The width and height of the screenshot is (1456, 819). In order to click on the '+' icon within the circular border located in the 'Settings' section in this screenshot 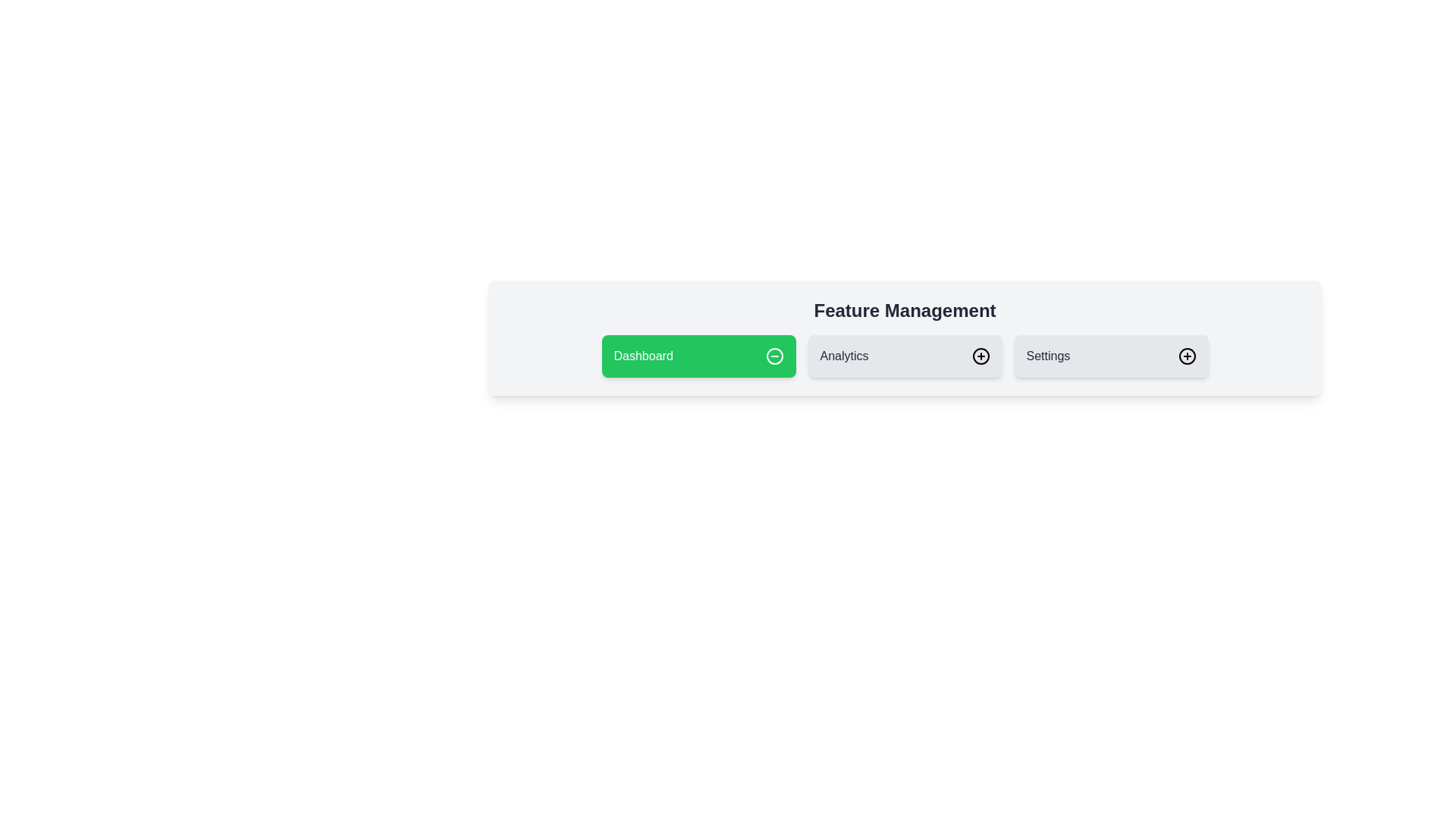, I will do `click(1186, 356)`.